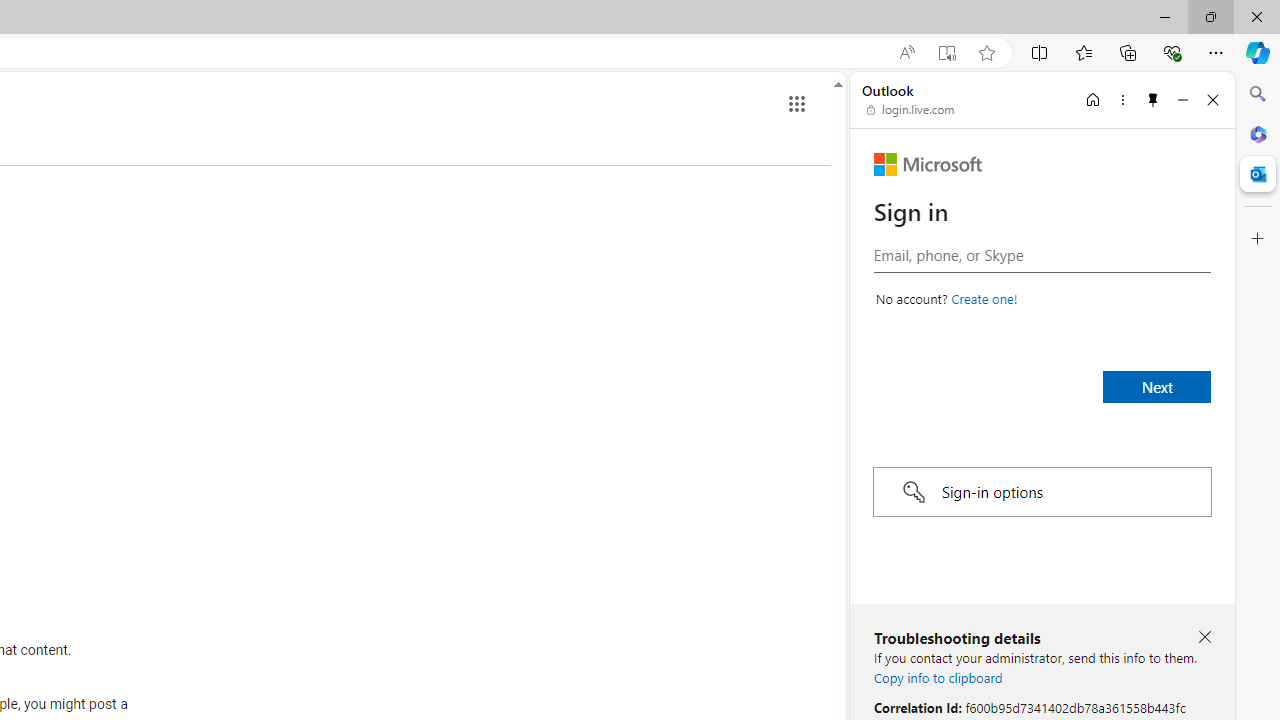 Image resolution: width=1280 pixels, height=720 pixels. I want to click on 'Enter Immersive Reader (F9)', so click(945, 52).